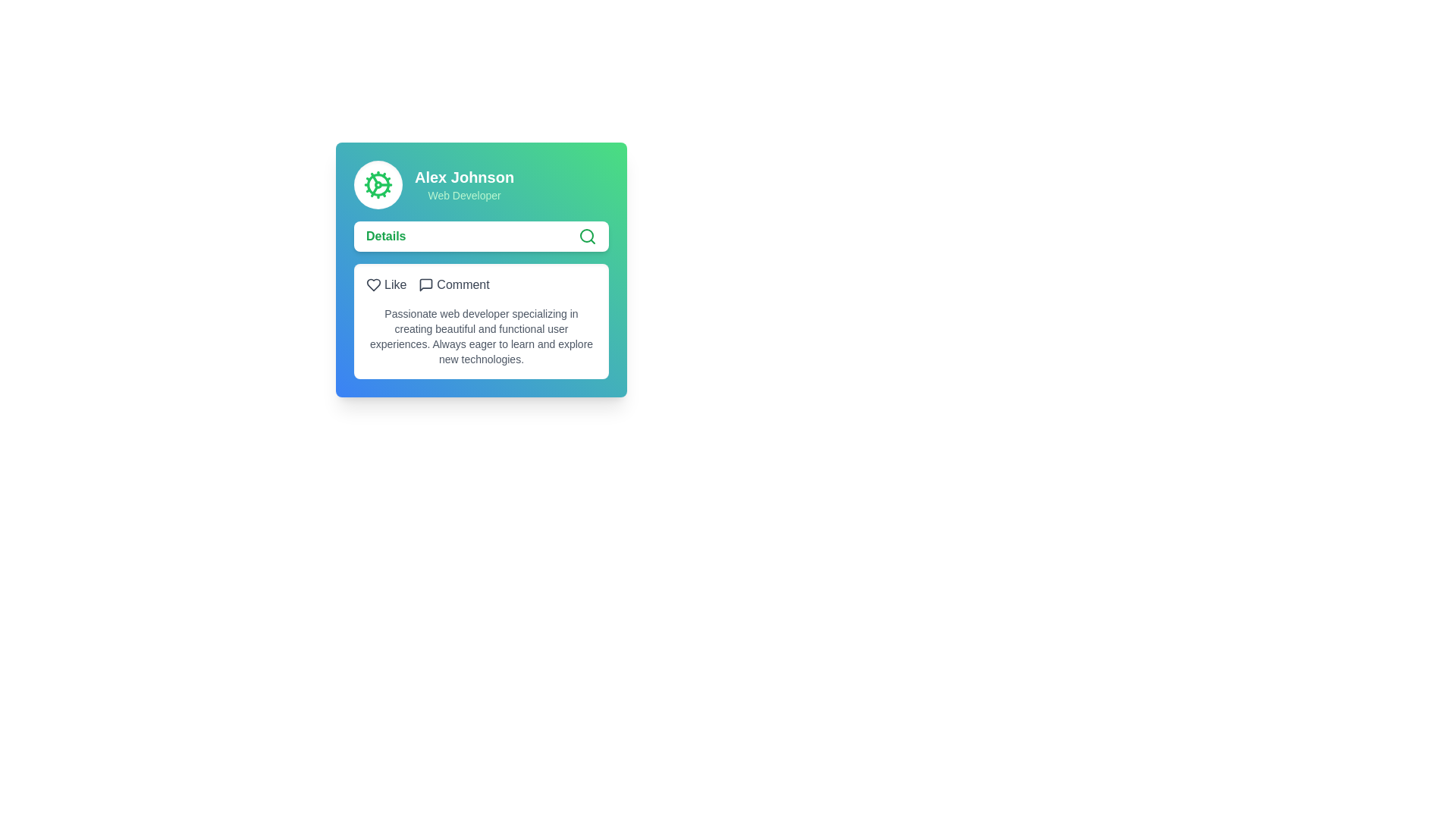 The width and height of the screenshot is (1456, 819). Describe the element at coordinates (586, 237) in the screenshot. I see `the search trigger icon located on the right side of the 'Details' text section within a prominent white bar of a card with a green-to-blue gradient background` at that location.